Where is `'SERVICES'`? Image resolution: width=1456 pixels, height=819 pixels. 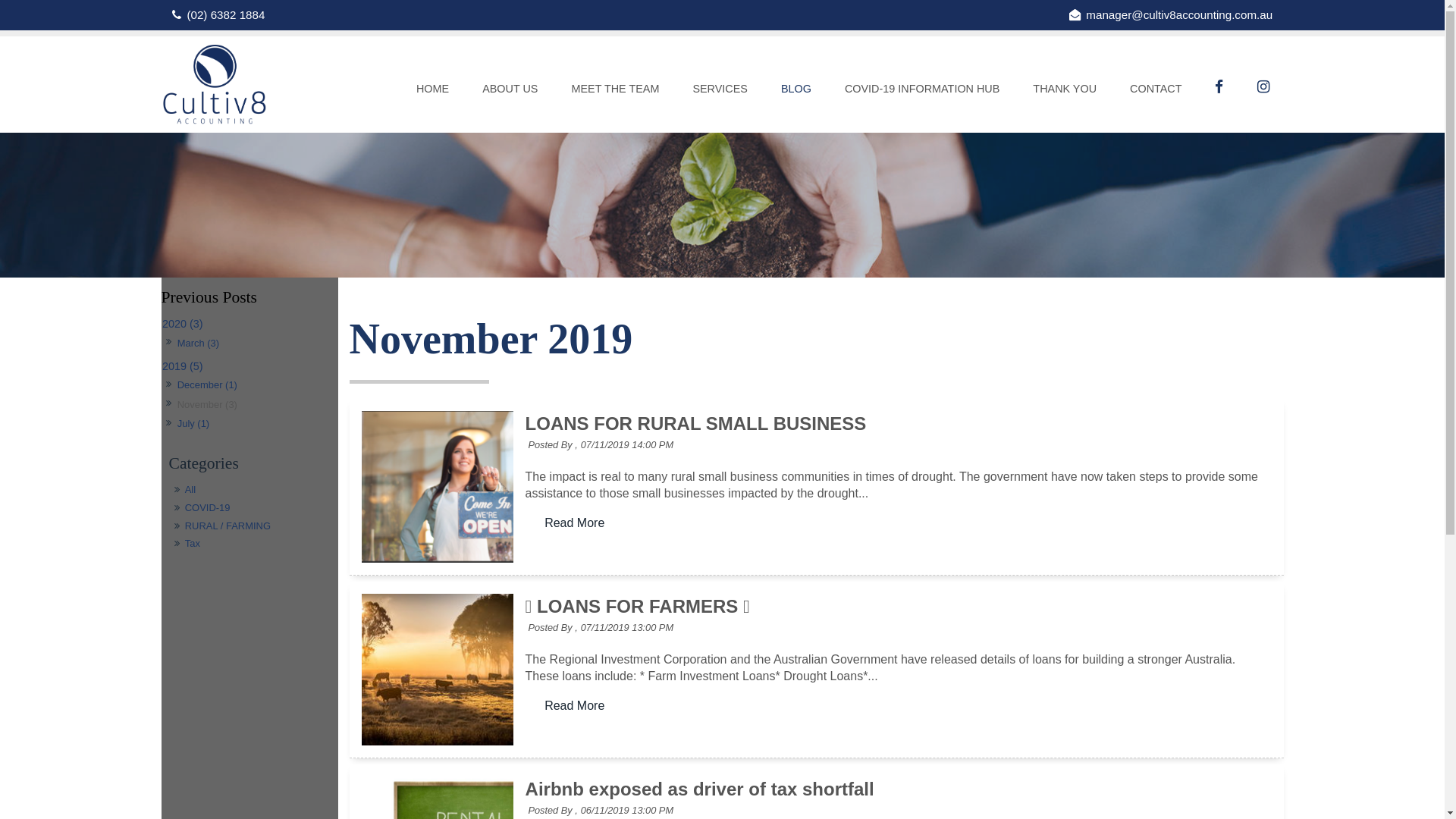
'SERVICES' is located at coordinates (719, 90).